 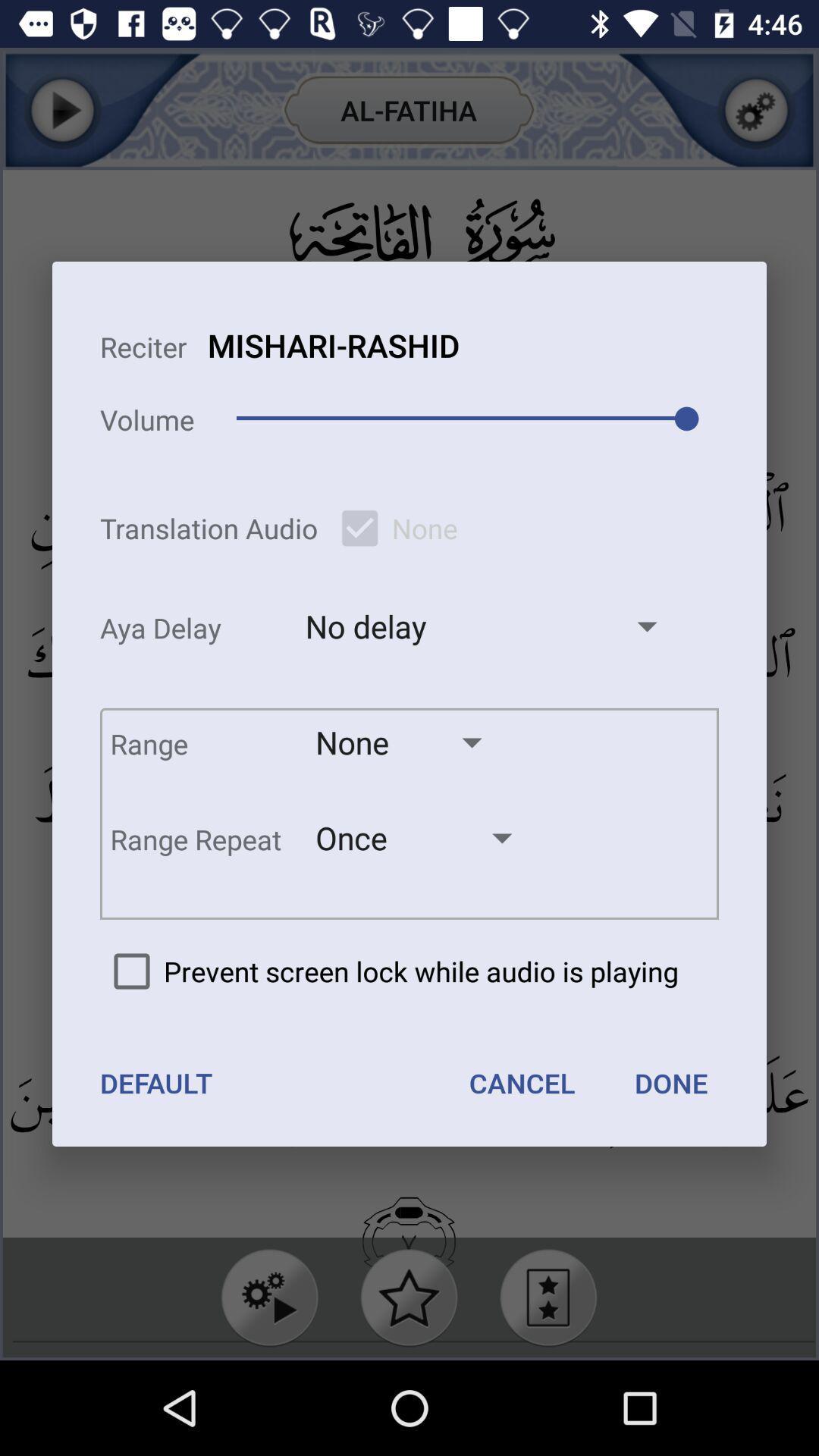 What do you see at coordinates (156, 1082) in the screenshot?
I see `icon next to the cancel icon` at bounding box center [156, 1082].